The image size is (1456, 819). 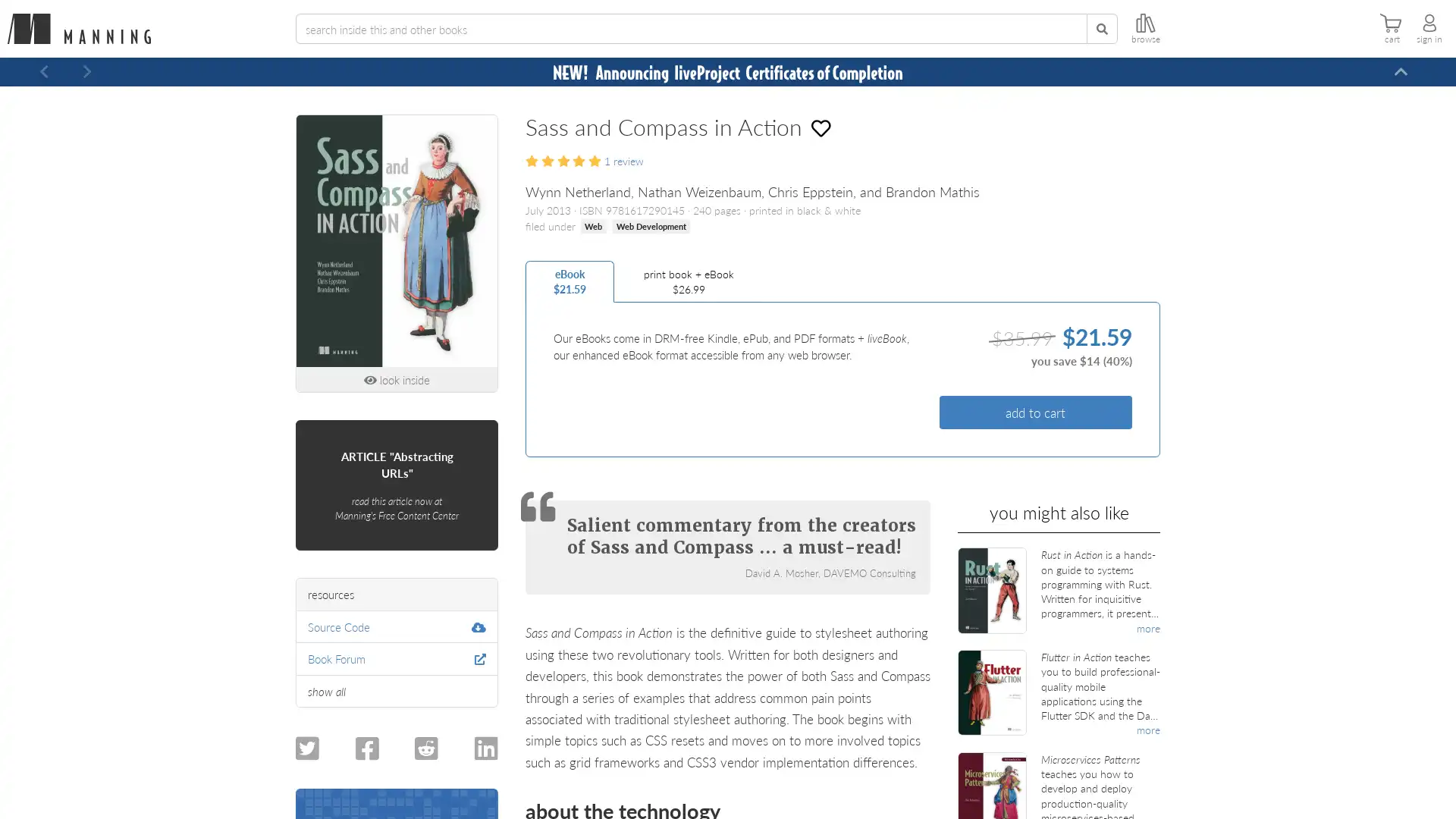 What do you see at coordinates (86, 72) in the screenshot?
I see `Next` at bounding box center [86, 72].